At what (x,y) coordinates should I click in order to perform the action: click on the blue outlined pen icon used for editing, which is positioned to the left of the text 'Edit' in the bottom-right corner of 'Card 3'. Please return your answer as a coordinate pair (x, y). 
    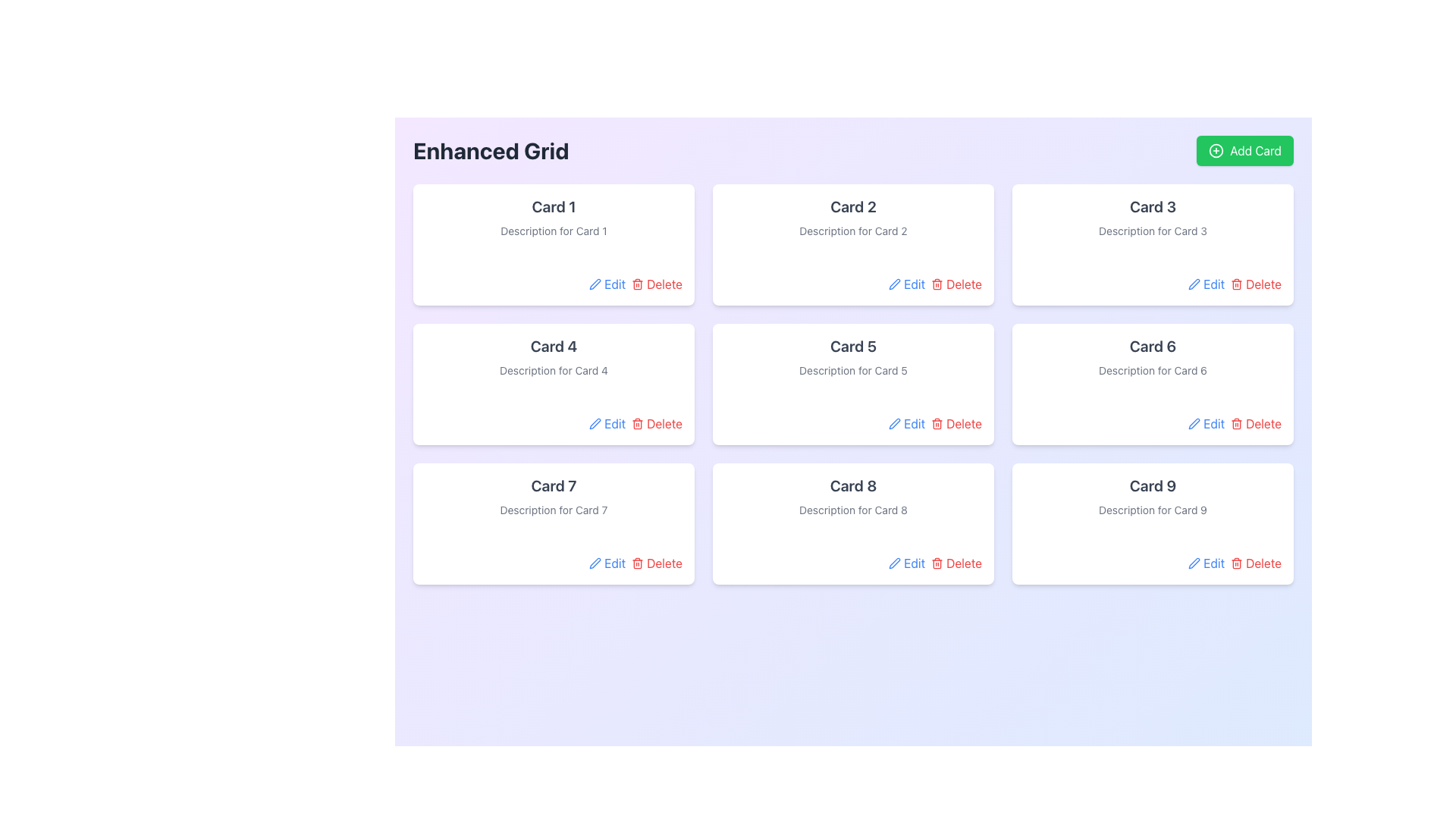
    Looking at the image, I should click on (1194, 284).